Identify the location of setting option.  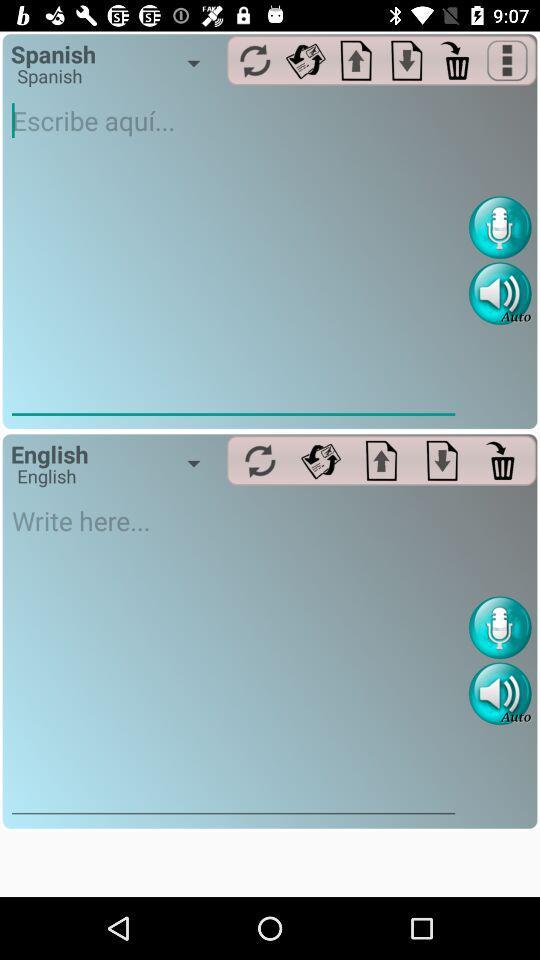
(320, 460).